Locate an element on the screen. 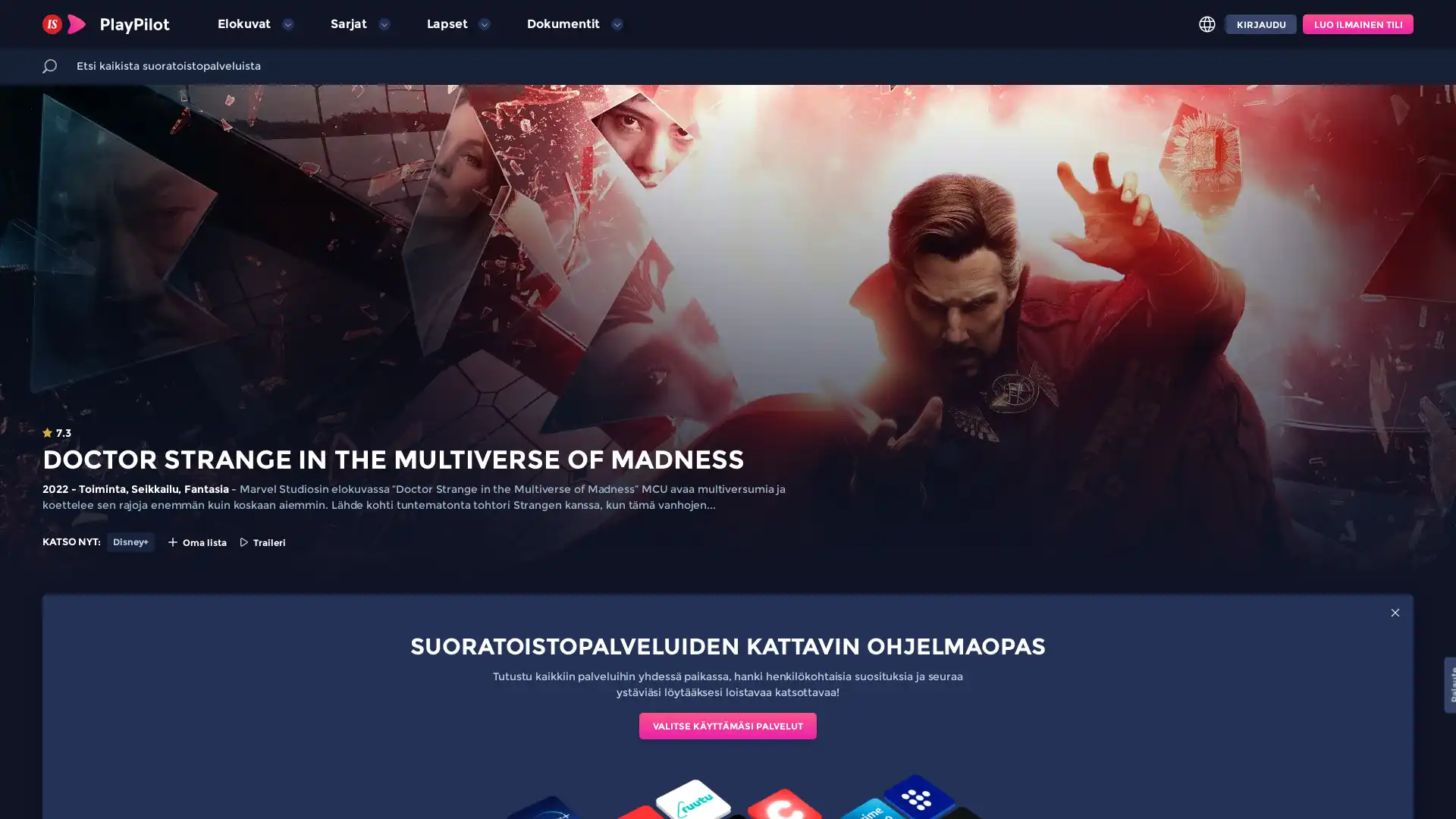 Image resolution: width=1456 pixels, height=819 pixels. Expand menu is located at coordinates (483, 24).